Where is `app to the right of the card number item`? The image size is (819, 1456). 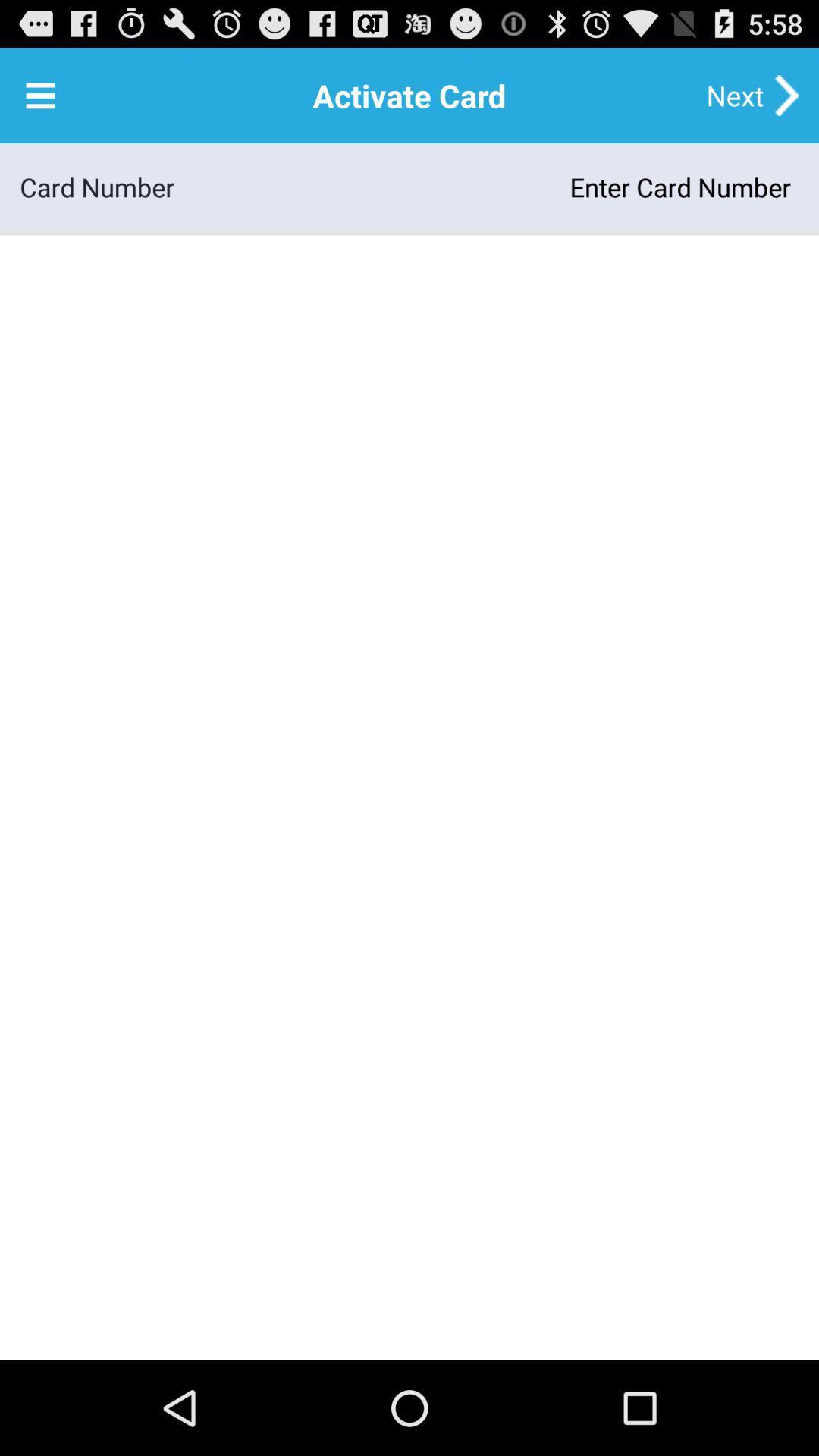 app to the right of the card number item is located at coordinates (486, 186).